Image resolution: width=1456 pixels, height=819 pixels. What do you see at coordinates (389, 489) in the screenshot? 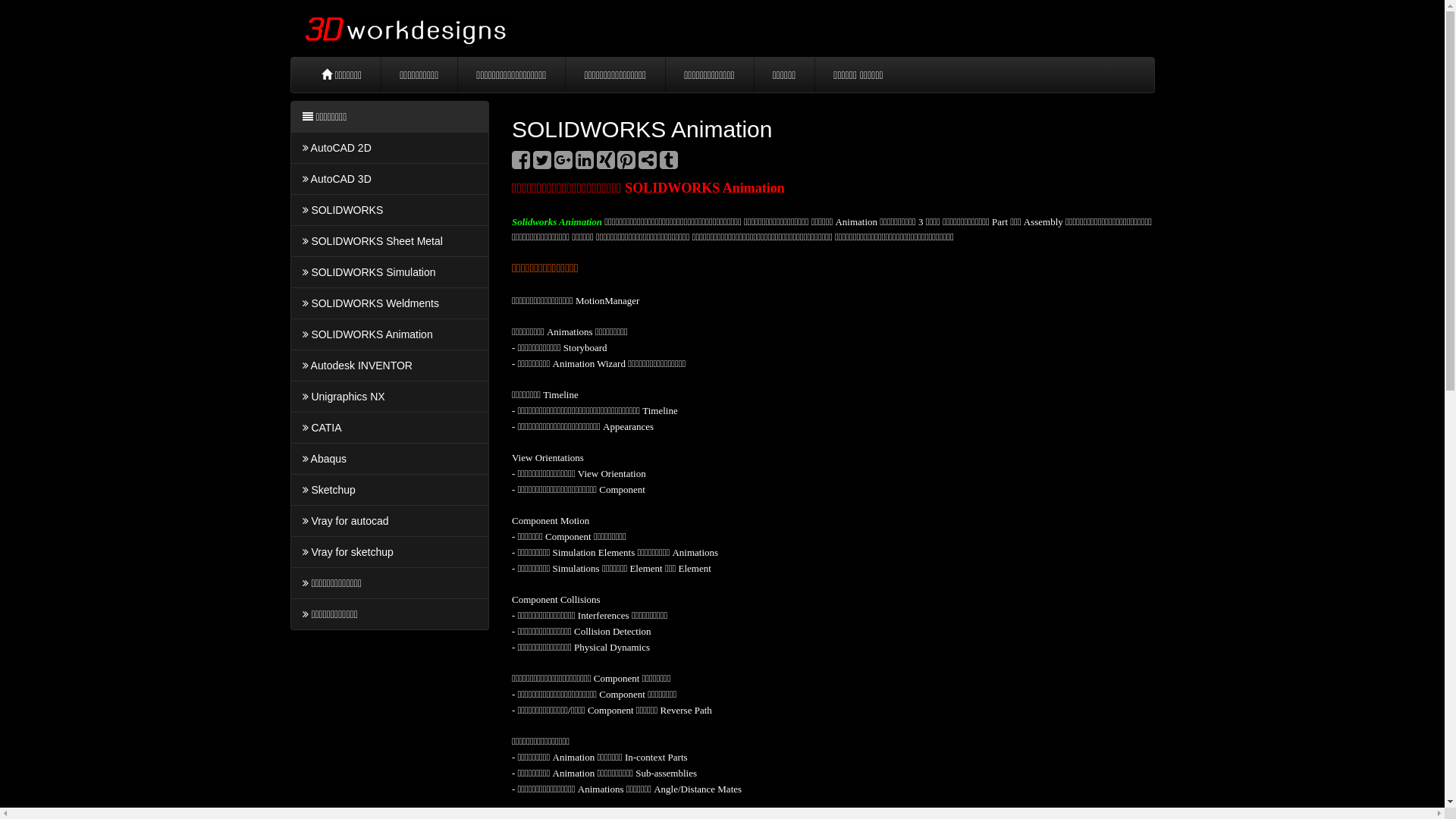
I see `'Sketchup'` at bounding box center [389, 489].